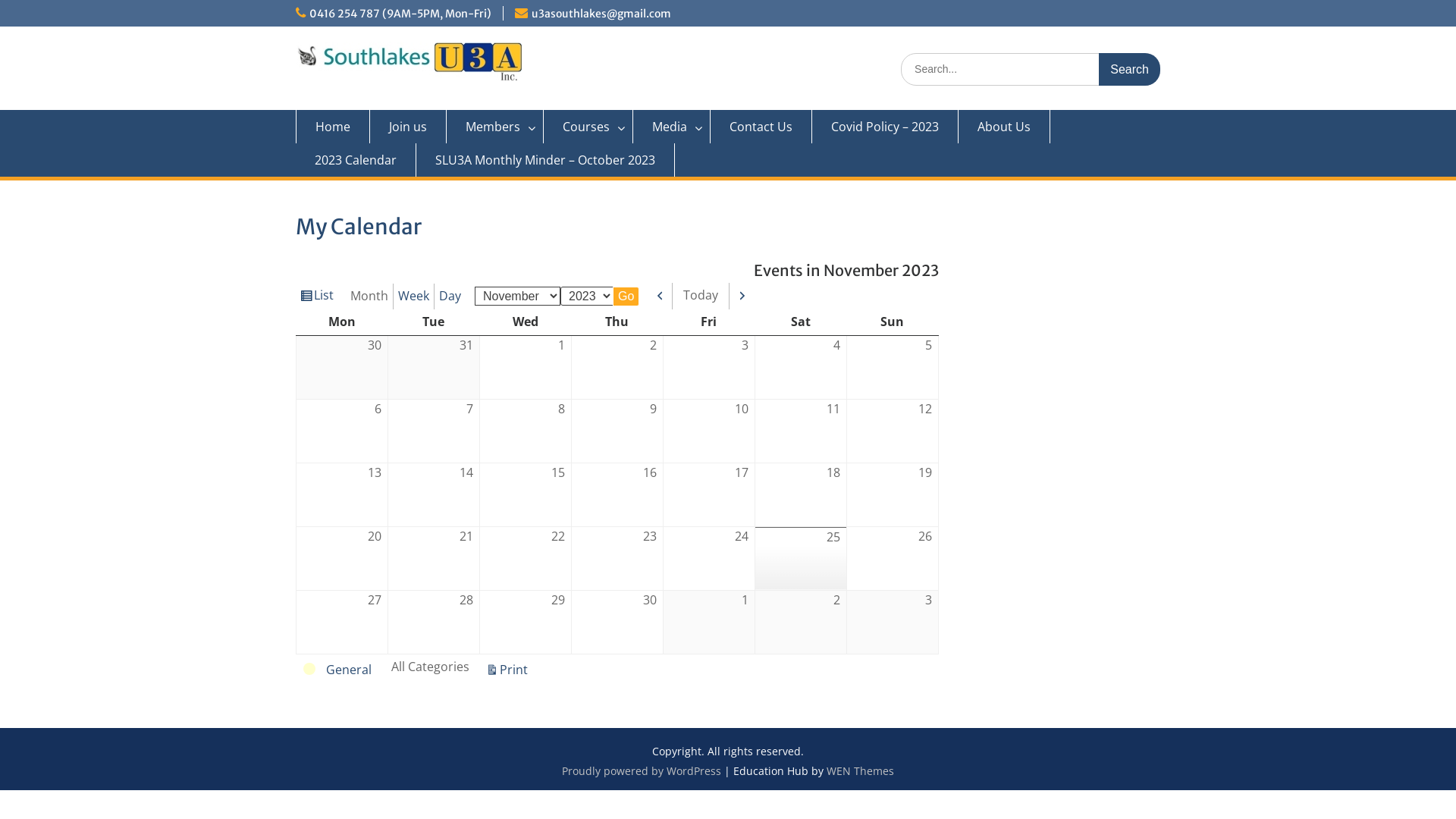 This screenshot has width=1456, height=819. What do you see at coordinates (588, 125) in the screenshot?
I see `'Courses'` at bounding box center [588, 125].